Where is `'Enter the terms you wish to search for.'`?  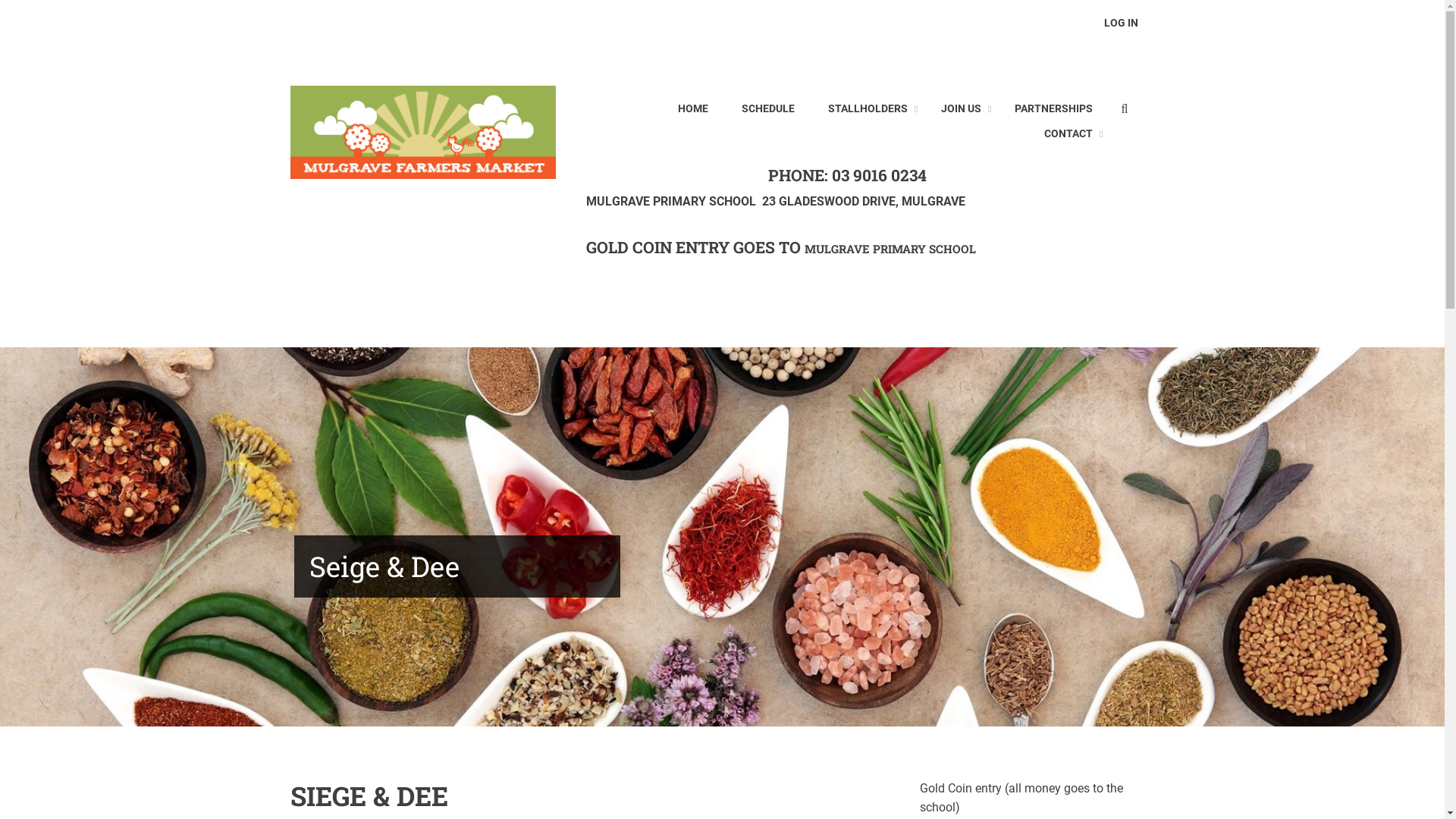
'Enter the terms you wish to search for.' is located at coordinates (1121, 107).